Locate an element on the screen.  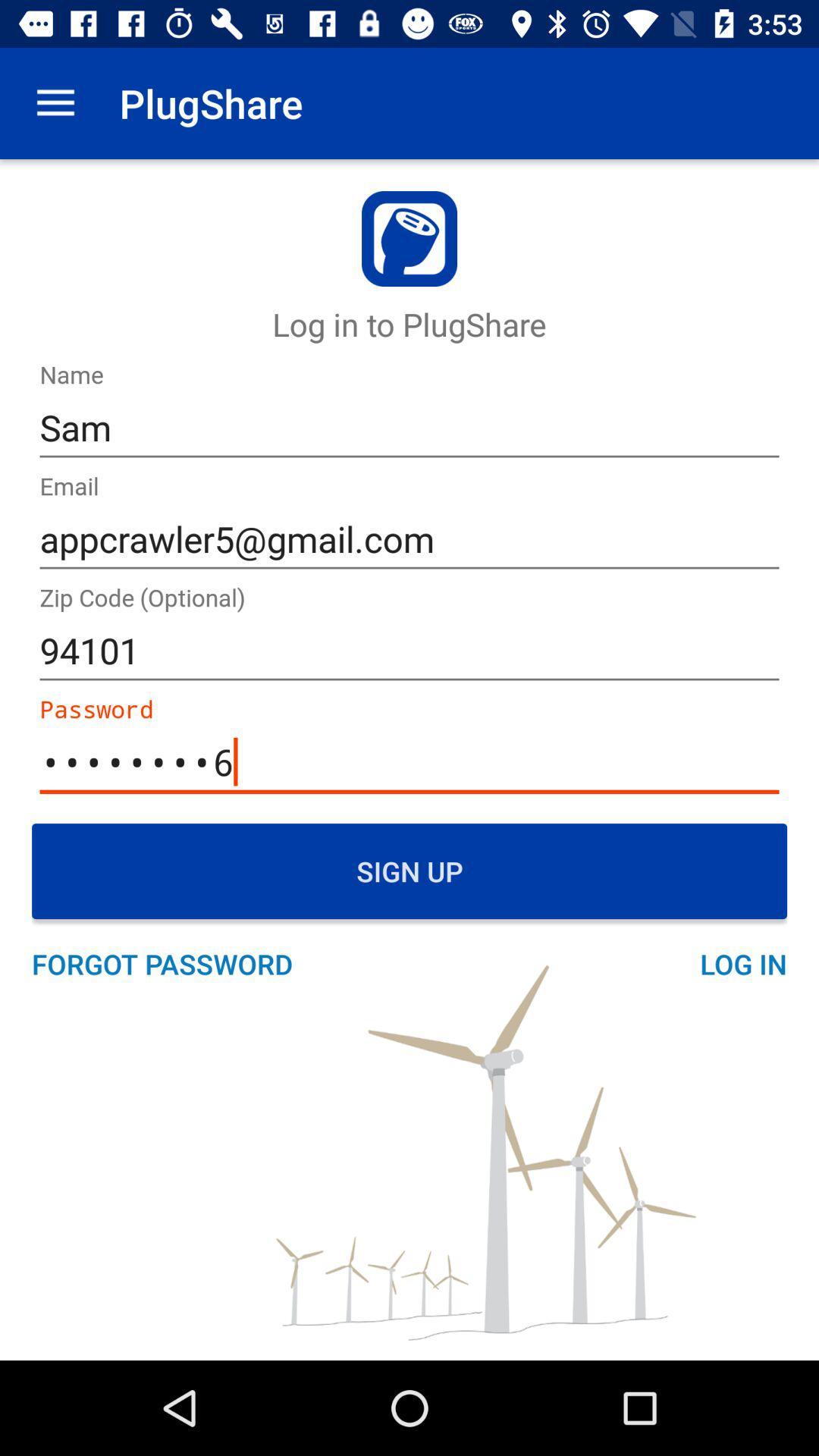
icon below the sign up icon is located at coordinates (170, 963).